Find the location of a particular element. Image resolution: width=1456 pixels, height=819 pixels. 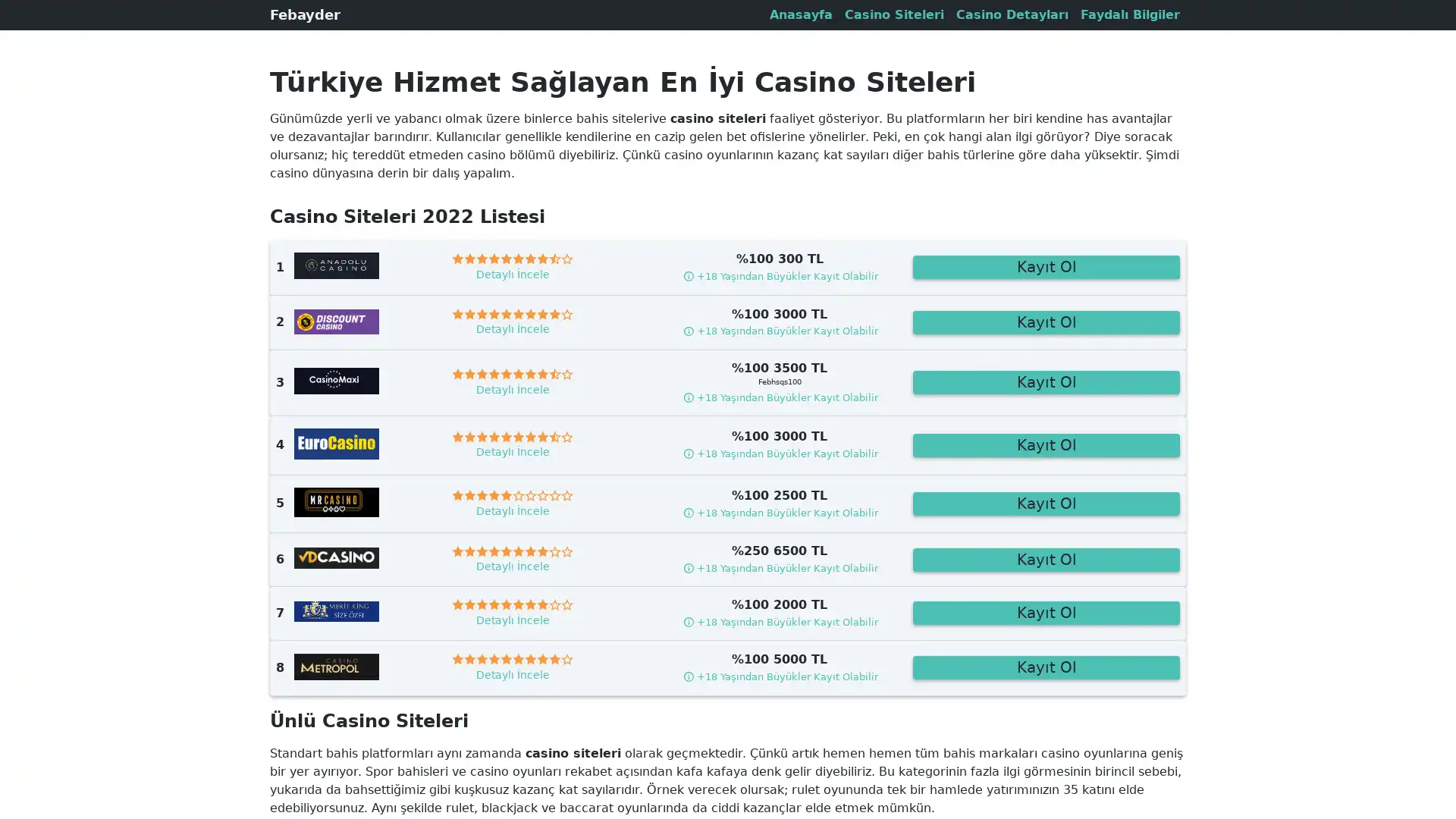

Load terms and conditions is located at coordinates (779, 675).